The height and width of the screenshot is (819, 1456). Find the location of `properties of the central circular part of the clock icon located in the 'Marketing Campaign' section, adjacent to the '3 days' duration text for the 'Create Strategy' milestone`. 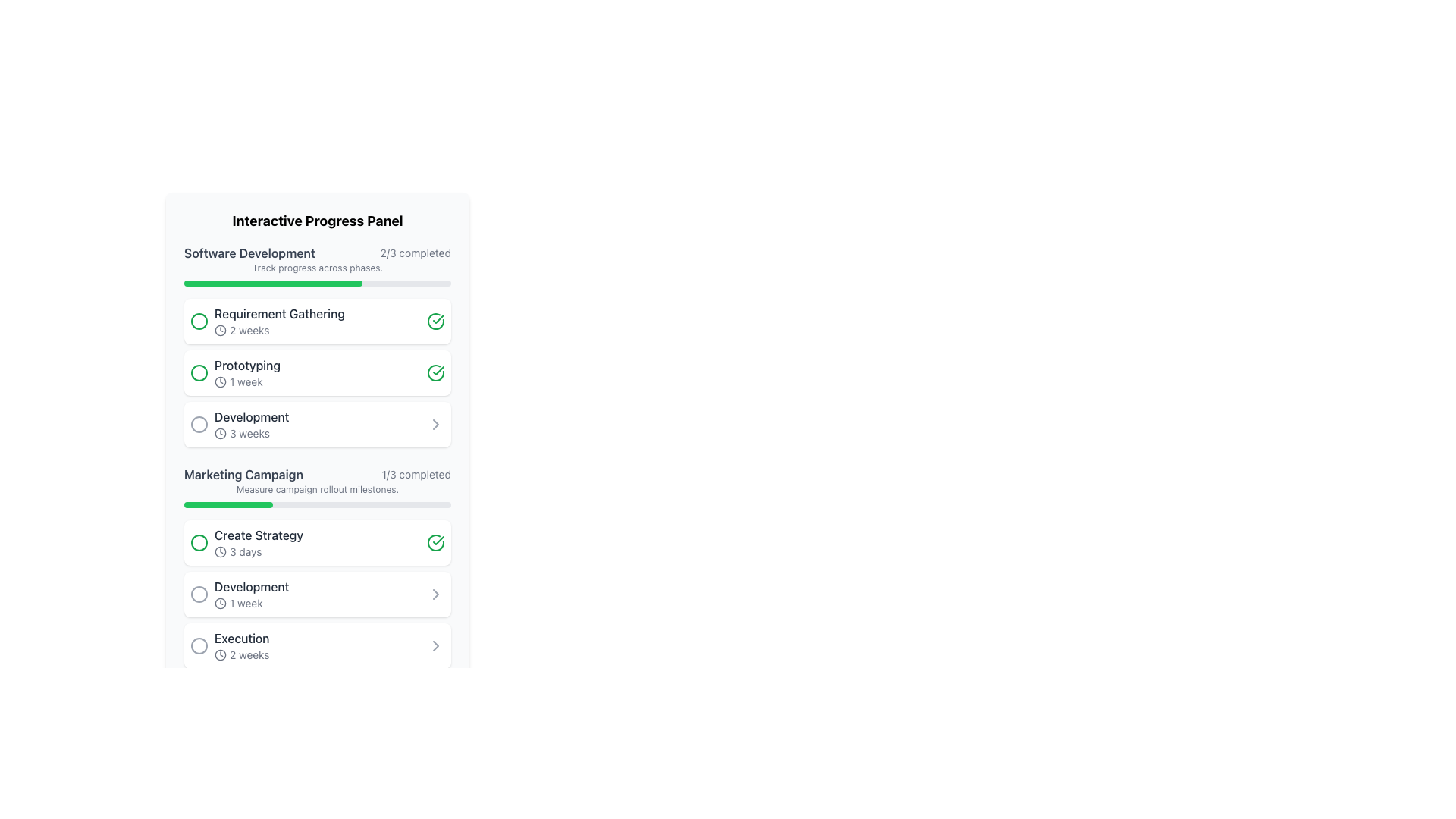

properties of the central circular part of the clock icon located in the 'Marketing Campaign' section, adjacent to the '3 days' duration text for the 'Create Strategy' milestone is located at coordinates (220, 654).